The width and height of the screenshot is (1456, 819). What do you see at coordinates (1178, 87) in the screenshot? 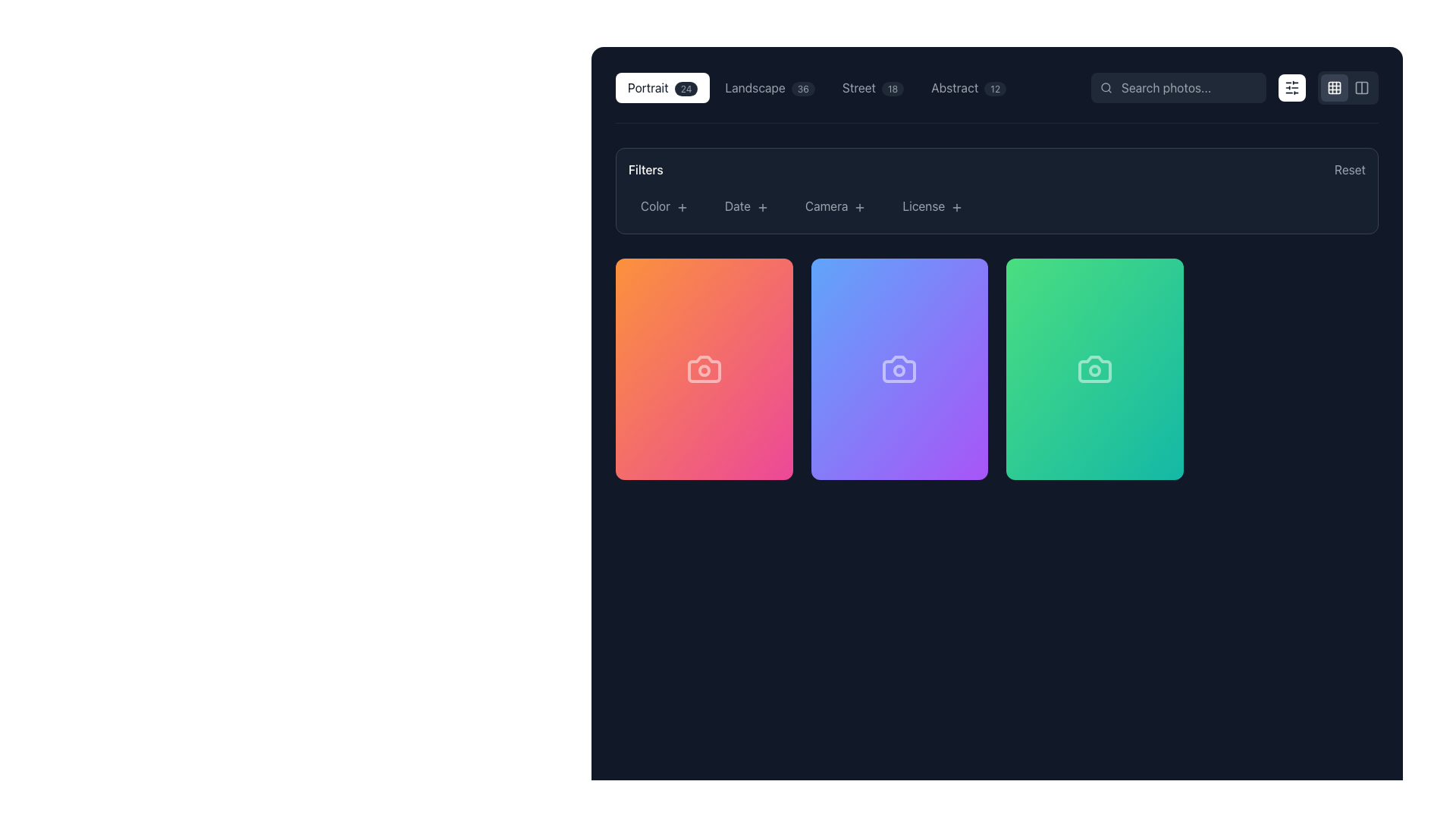
I see `to focus on the text input field located in the top-right section of the interface, positioned to the left of the filter icon` at bounding box center [1178, 87].